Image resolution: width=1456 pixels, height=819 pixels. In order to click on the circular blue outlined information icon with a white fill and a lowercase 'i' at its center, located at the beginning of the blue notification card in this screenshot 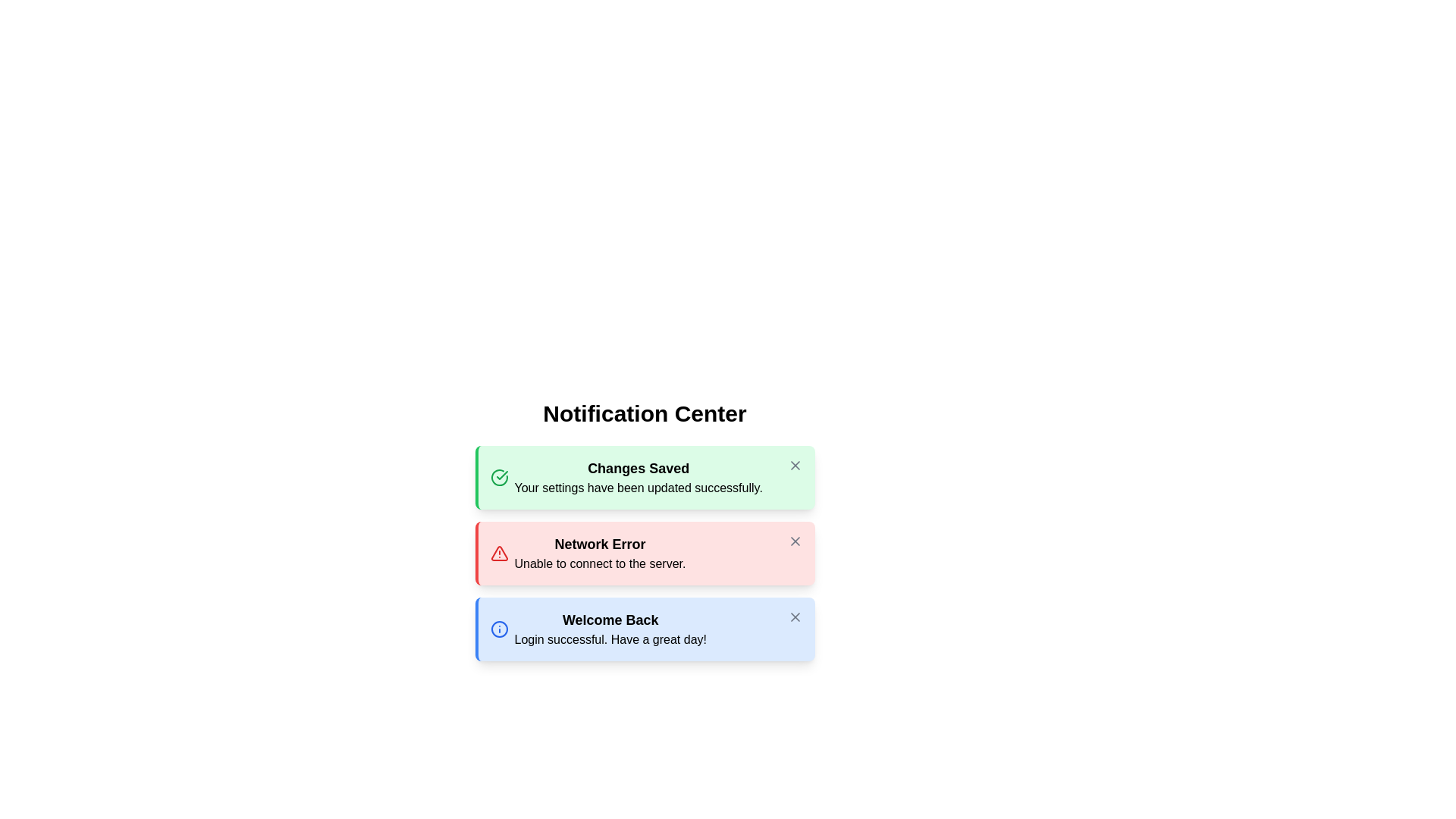, I will do `click(499, 629)`.